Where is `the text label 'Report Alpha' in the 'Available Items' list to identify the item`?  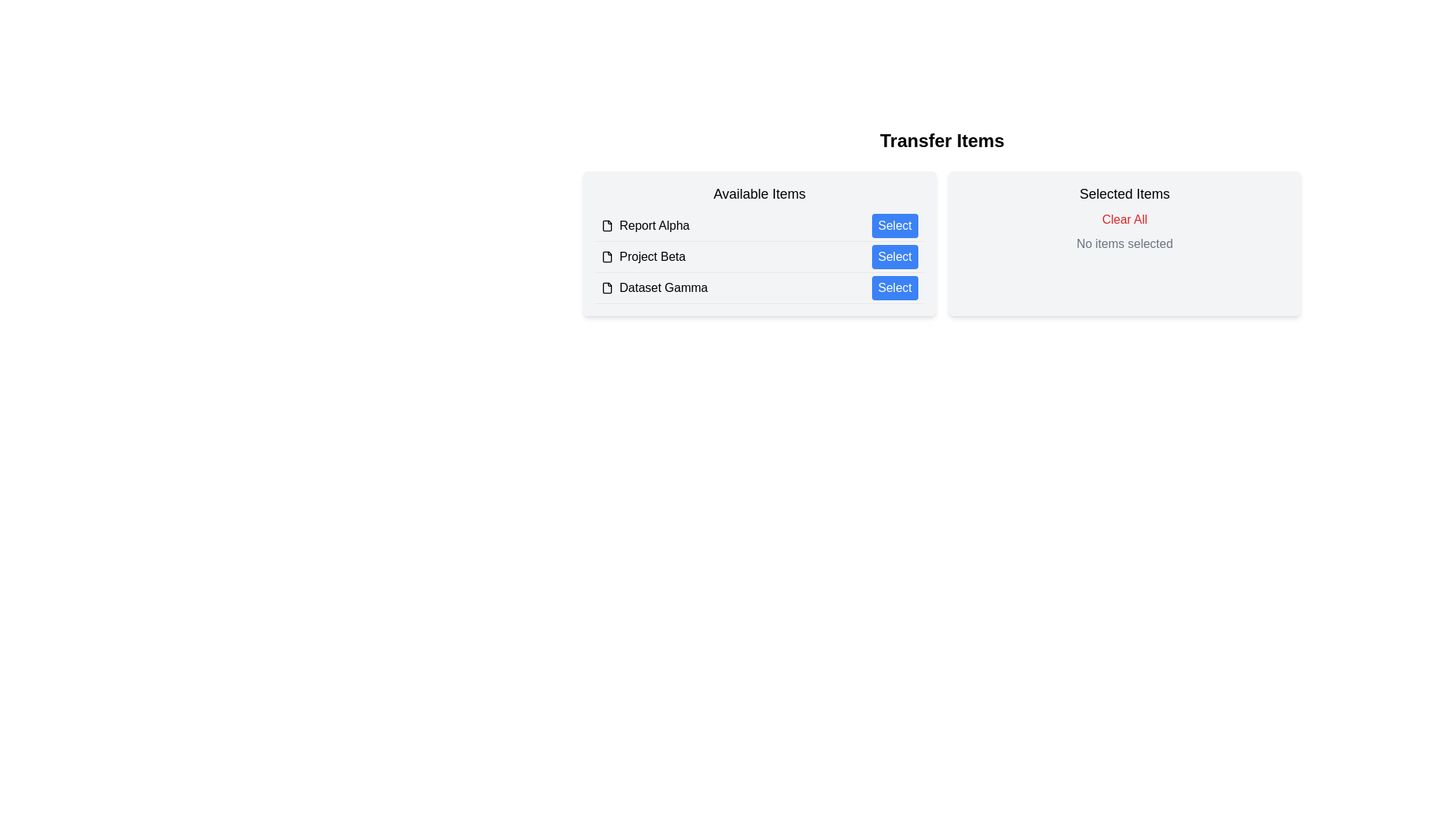
the text label 'Report Alpha' in the 'Available Items' list to identify the item is located at coordinates (654, 225).